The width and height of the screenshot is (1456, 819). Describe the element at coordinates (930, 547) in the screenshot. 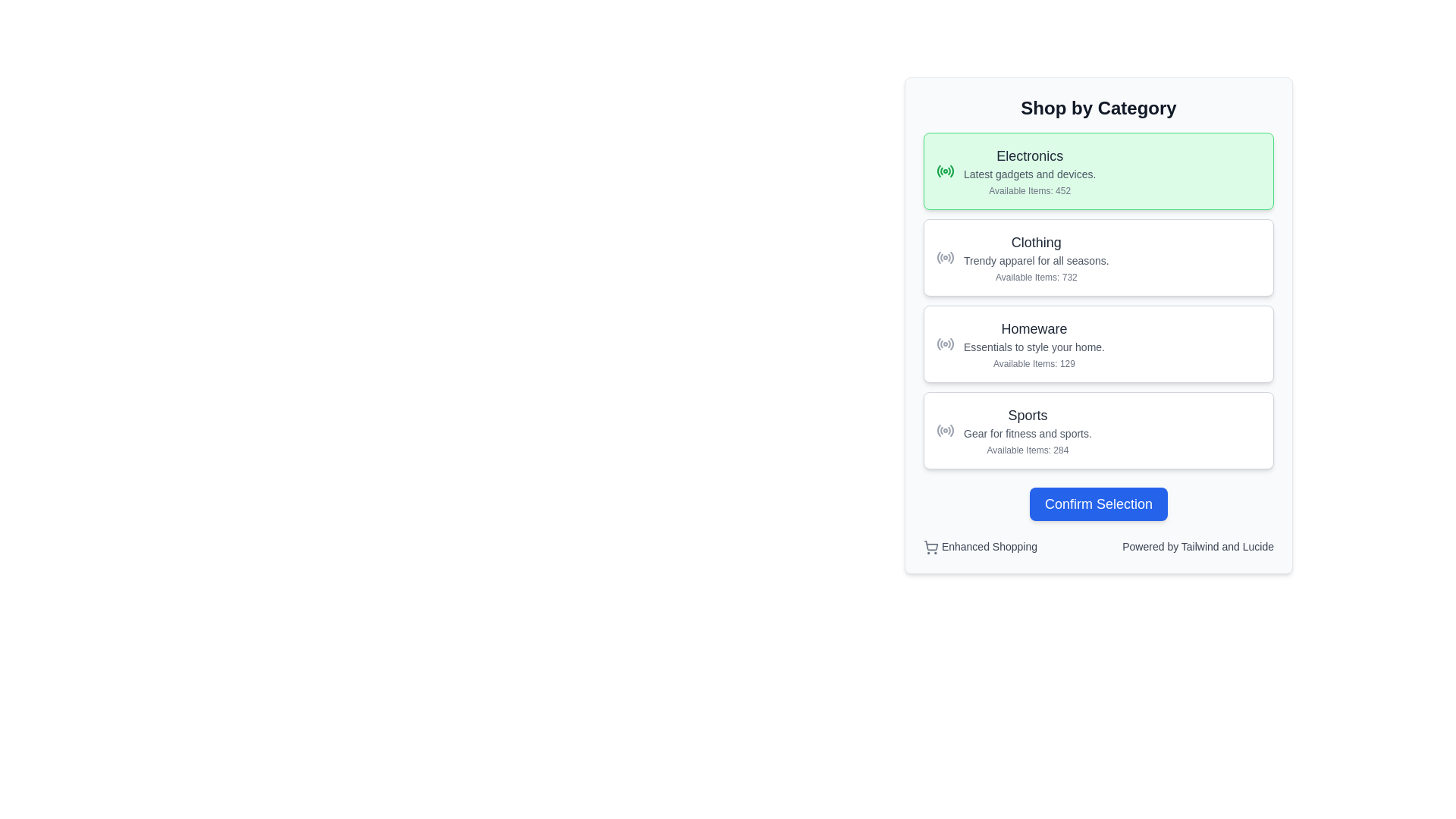

I see `the shopping cart icon located at the bottom left of the interface, adjacent to the text 'Enhanced Shopping'` at that location.